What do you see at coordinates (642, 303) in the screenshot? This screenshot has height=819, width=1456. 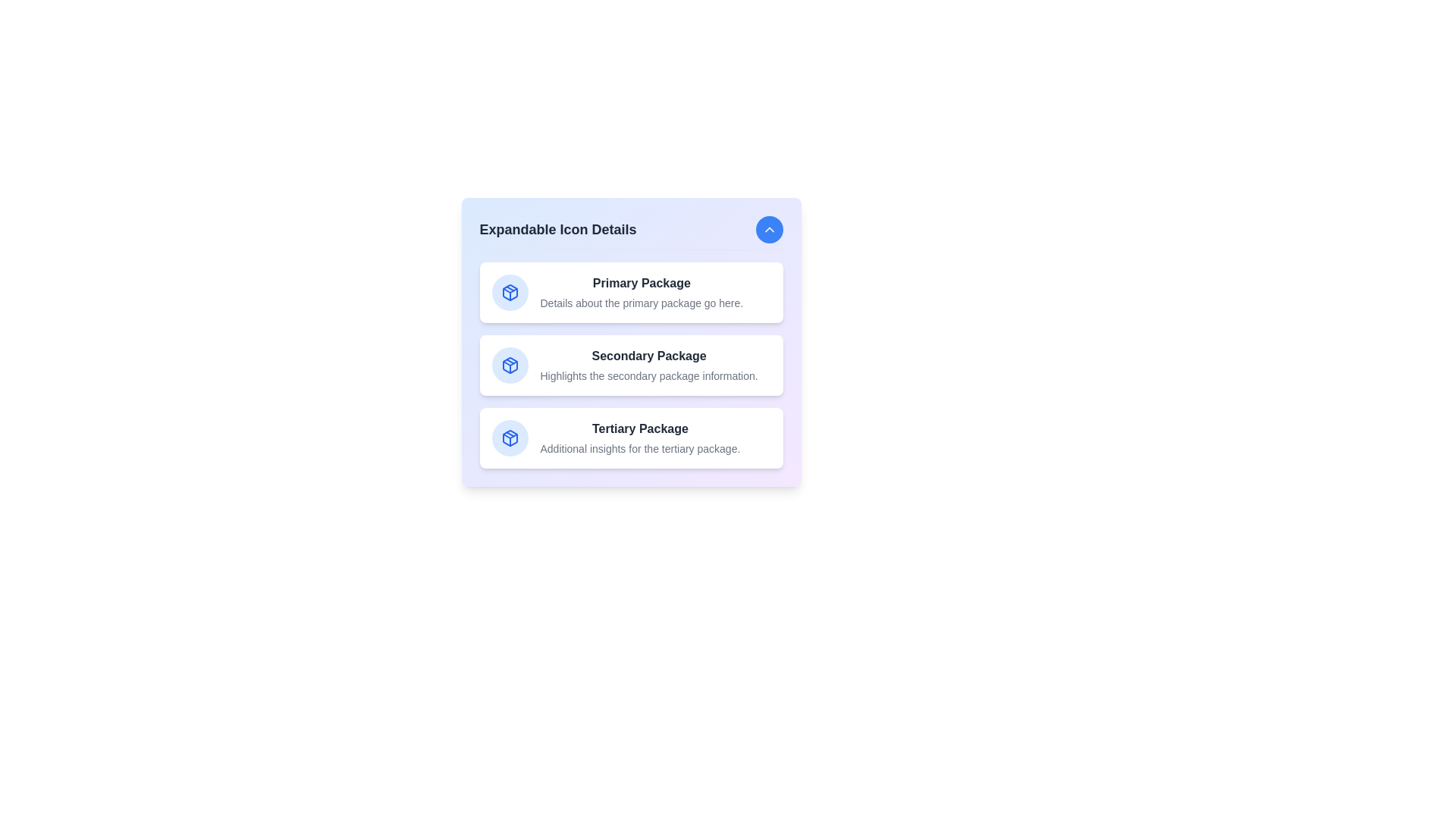 I see `the static text field displaying 'Details about the primary package go here.' located below the 'Primary Package' section header in the first card of the 'Expandable Icon Details' interface` at bounding box center [642, 303].